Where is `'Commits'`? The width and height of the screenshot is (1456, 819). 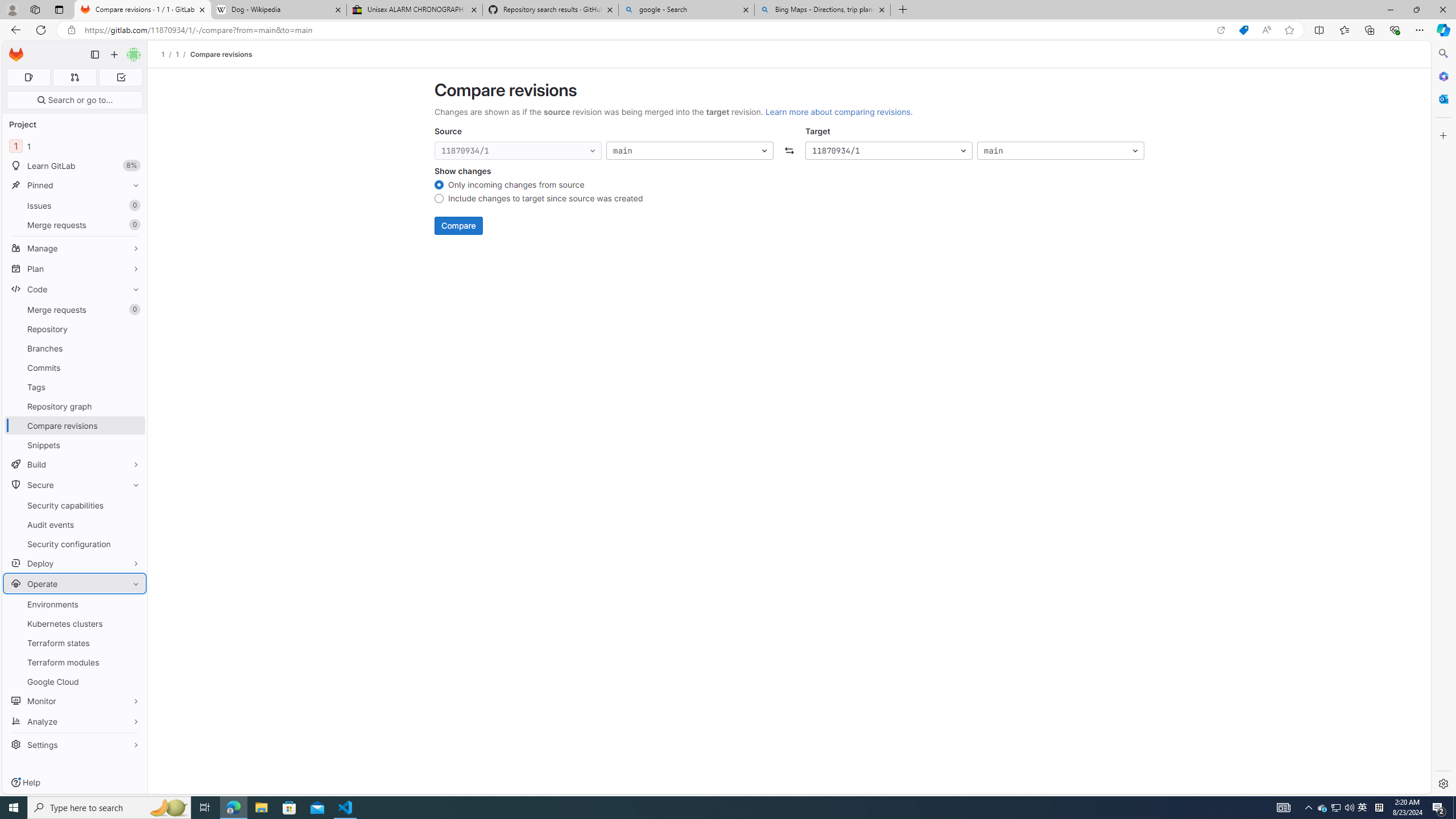
'Commits' is located at coordinates (74, 367).